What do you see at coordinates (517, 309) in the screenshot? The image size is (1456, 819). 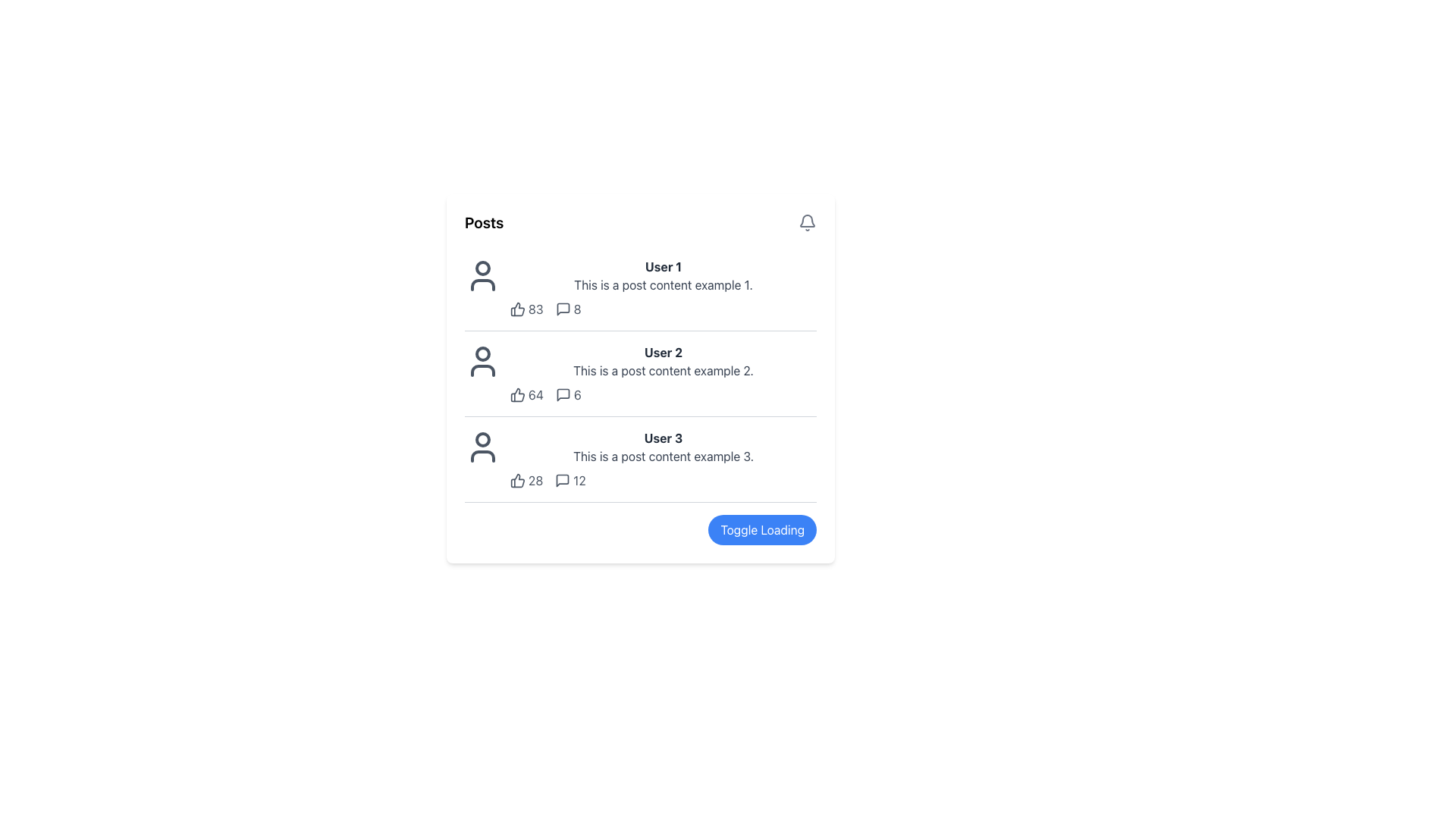 I see `the minimalist thumbs-up icon located to the left of the numerical indicator '83' in the interface` at bounding box center [517, 309].